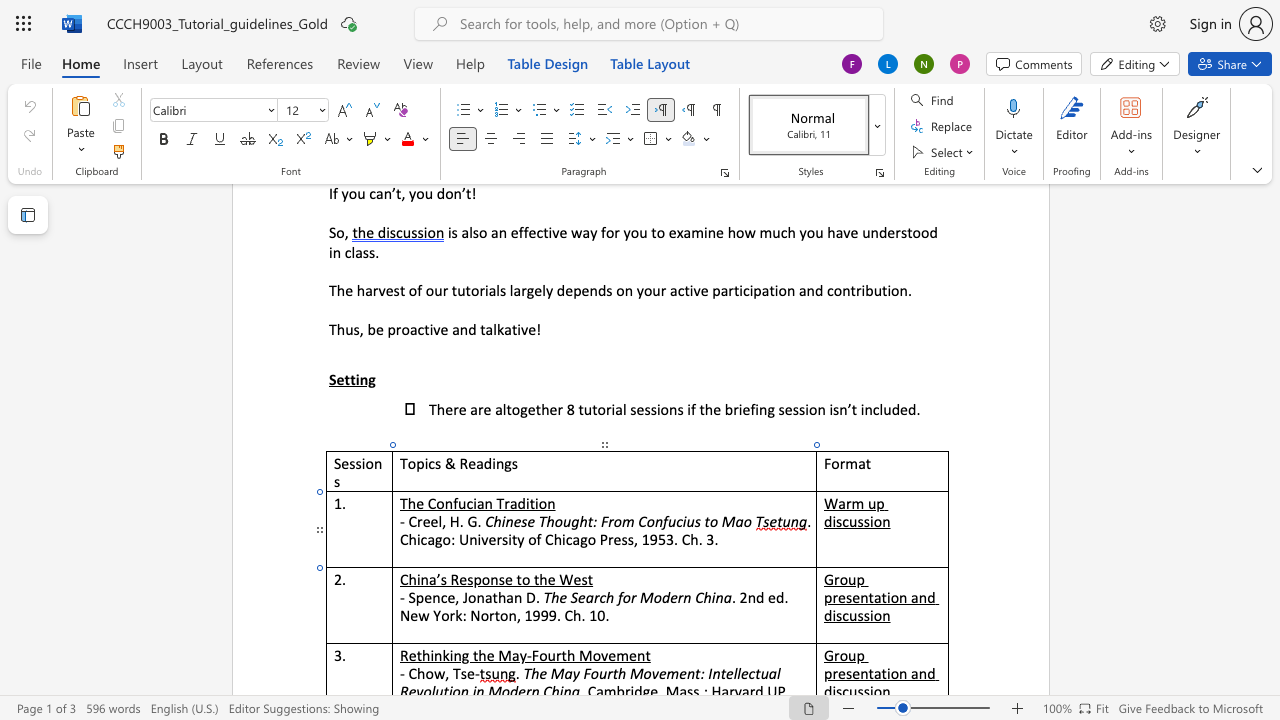  What do you see at coordinates (522, 579) in the screenshot?
I see `the space between the continuous character "t" and "o" in the text` at bounding box center [522, 579].